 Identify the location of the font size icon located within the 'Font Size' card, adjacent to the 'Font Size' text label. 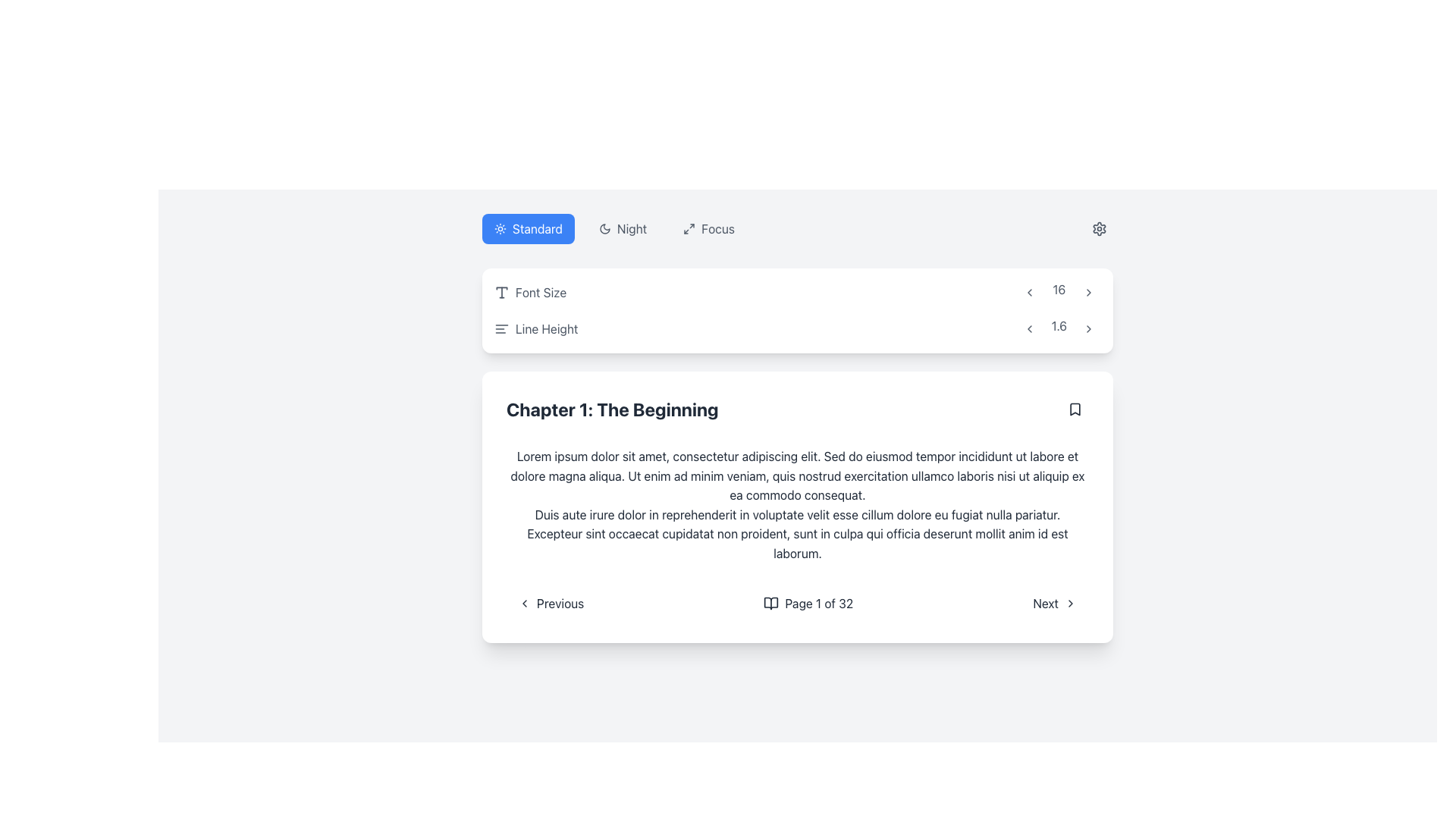
(502, 292).